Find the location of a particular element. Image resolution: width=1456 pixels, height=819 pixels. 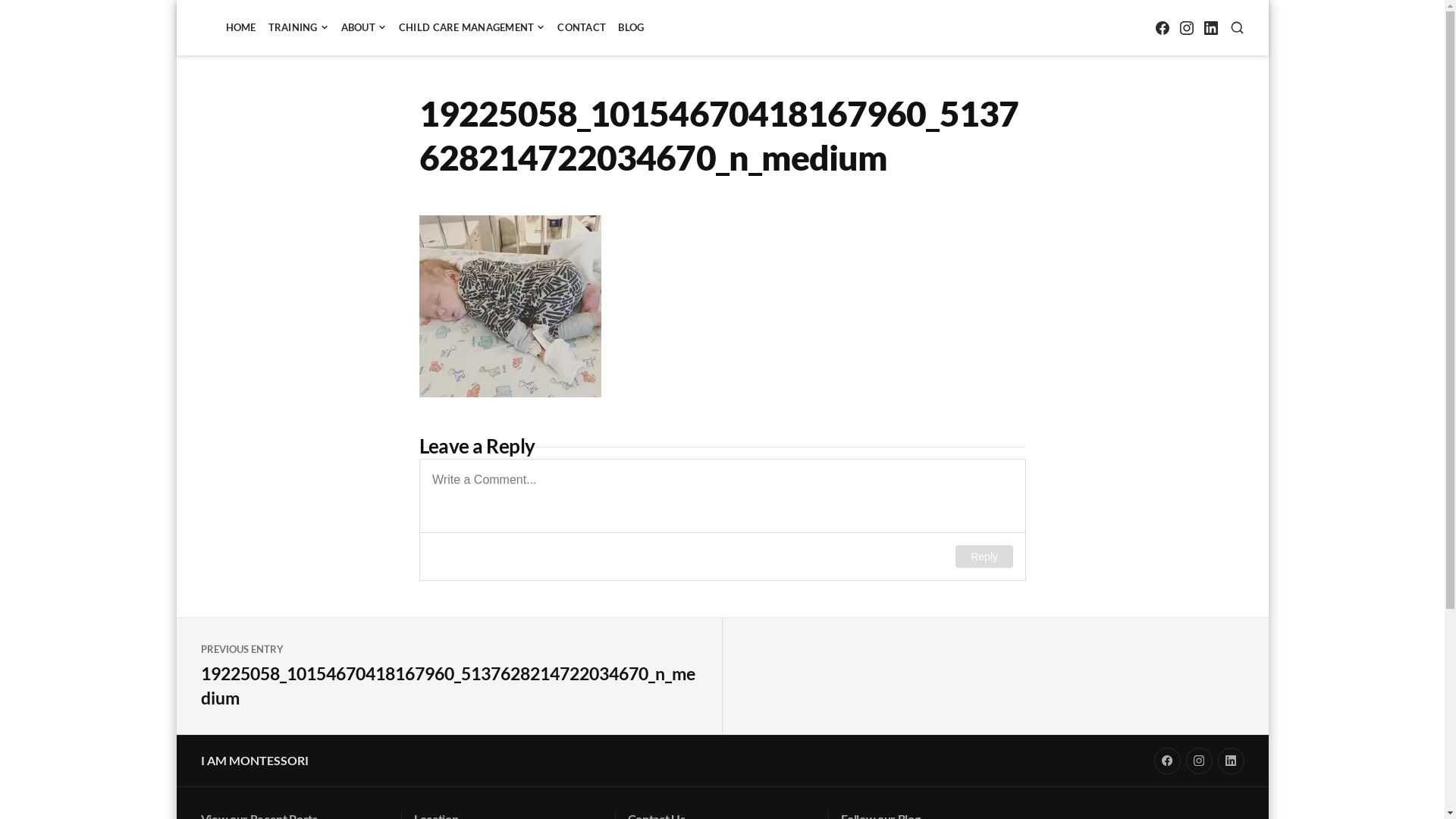

'LinkedIn' is located at coordinates (1210, 27).